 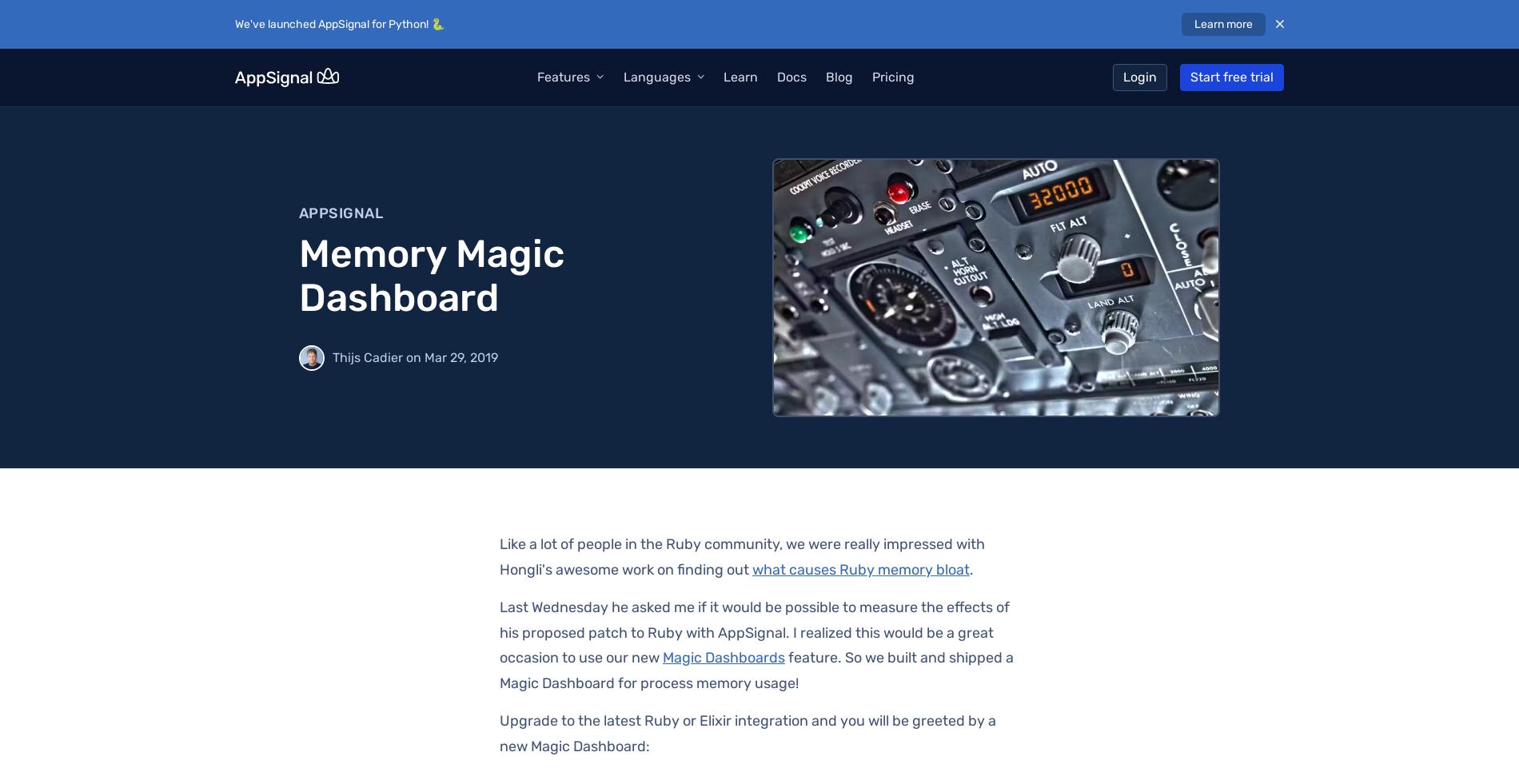 I want to click on 'what causes Ruby memory bloat', so click(x=860, y=569).